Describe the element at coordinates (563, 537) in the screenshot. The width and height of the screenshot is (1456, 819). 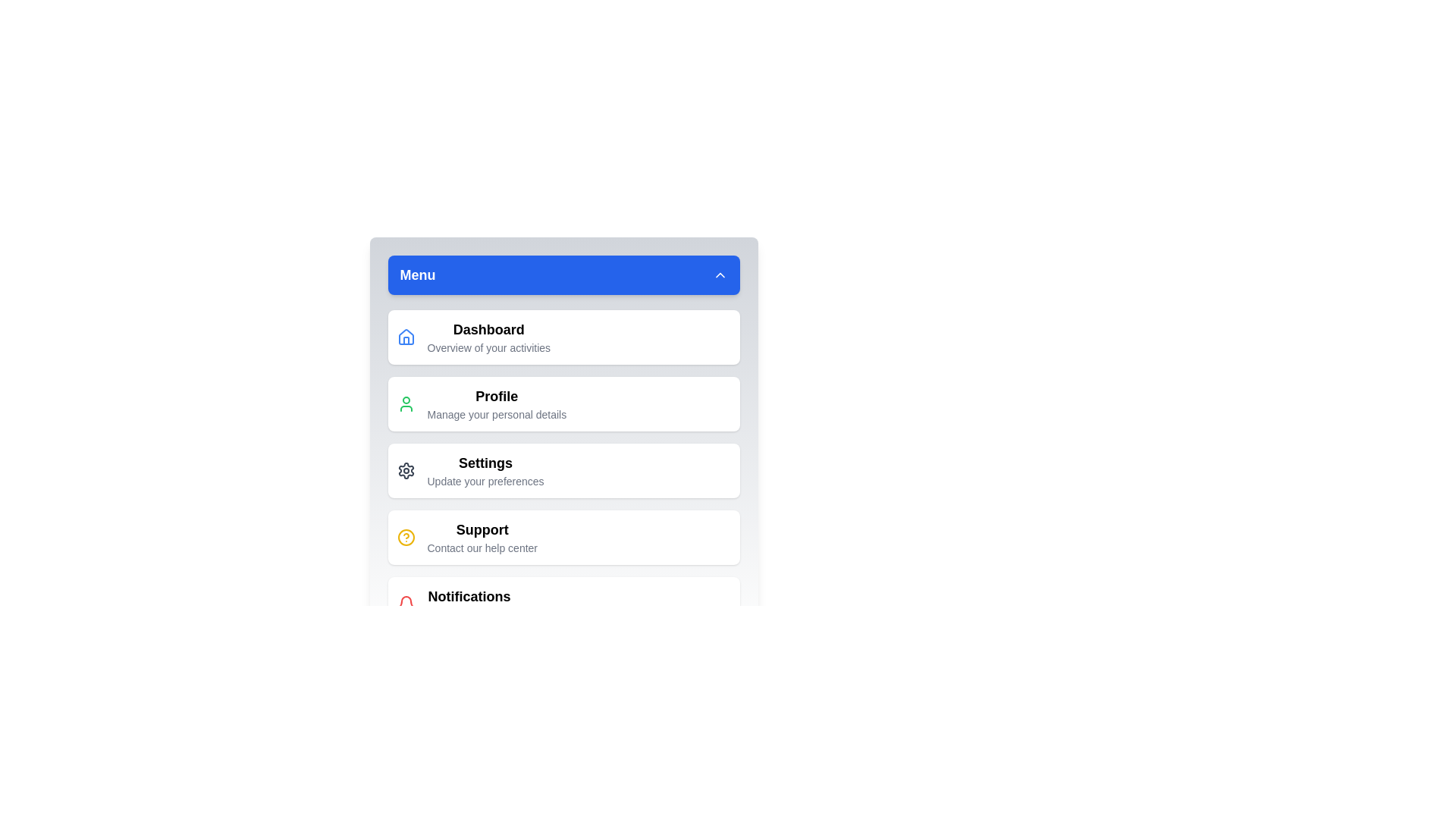
I see `the fourth menu item in the vertical menu list that provides access to the support or help center` at that location.